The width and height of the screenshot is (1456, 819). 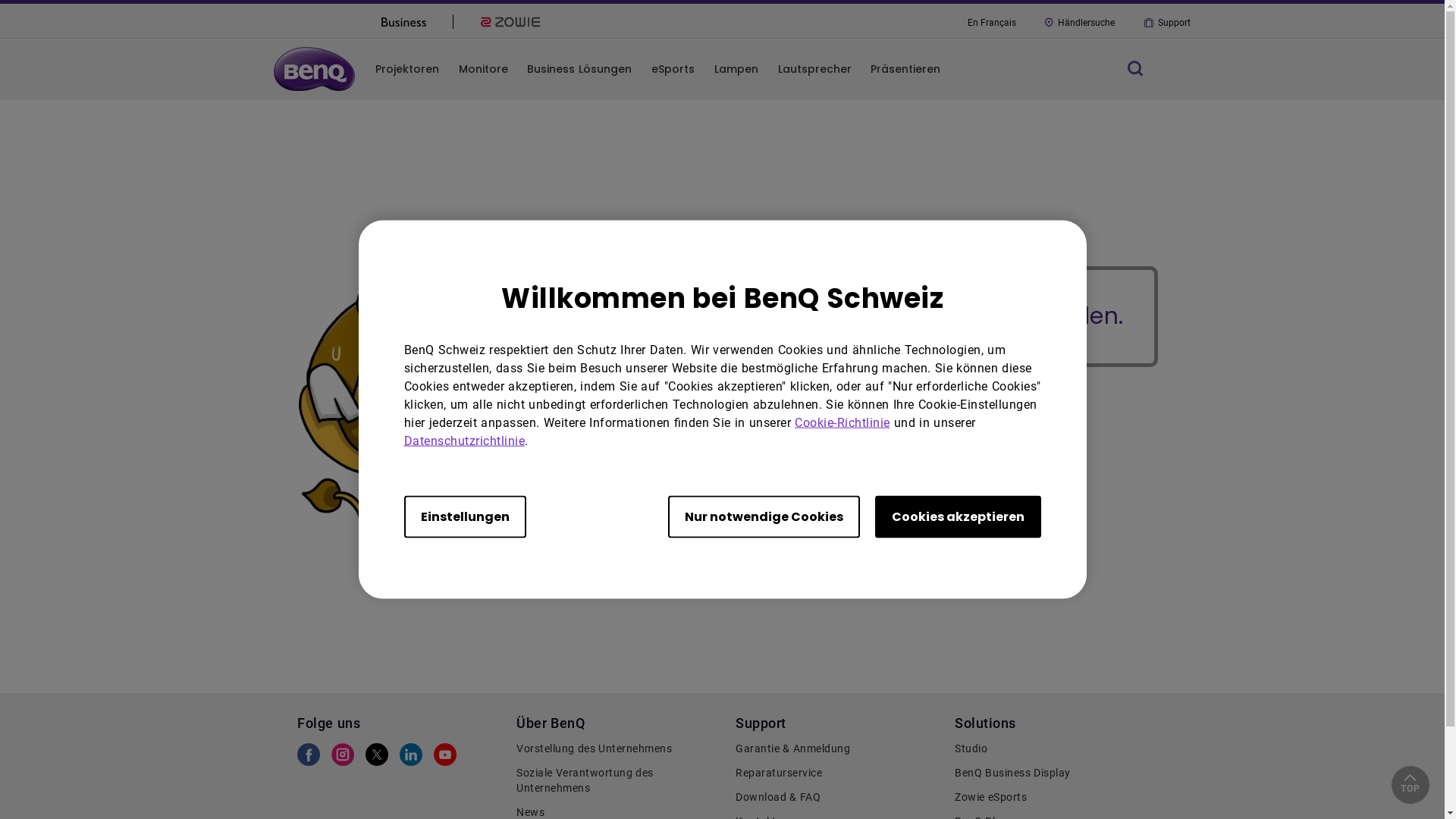 What do you see at coordinates (367, 69) in the screenshot?
I see `'Projektoren'` at bounding box center [367, 69].